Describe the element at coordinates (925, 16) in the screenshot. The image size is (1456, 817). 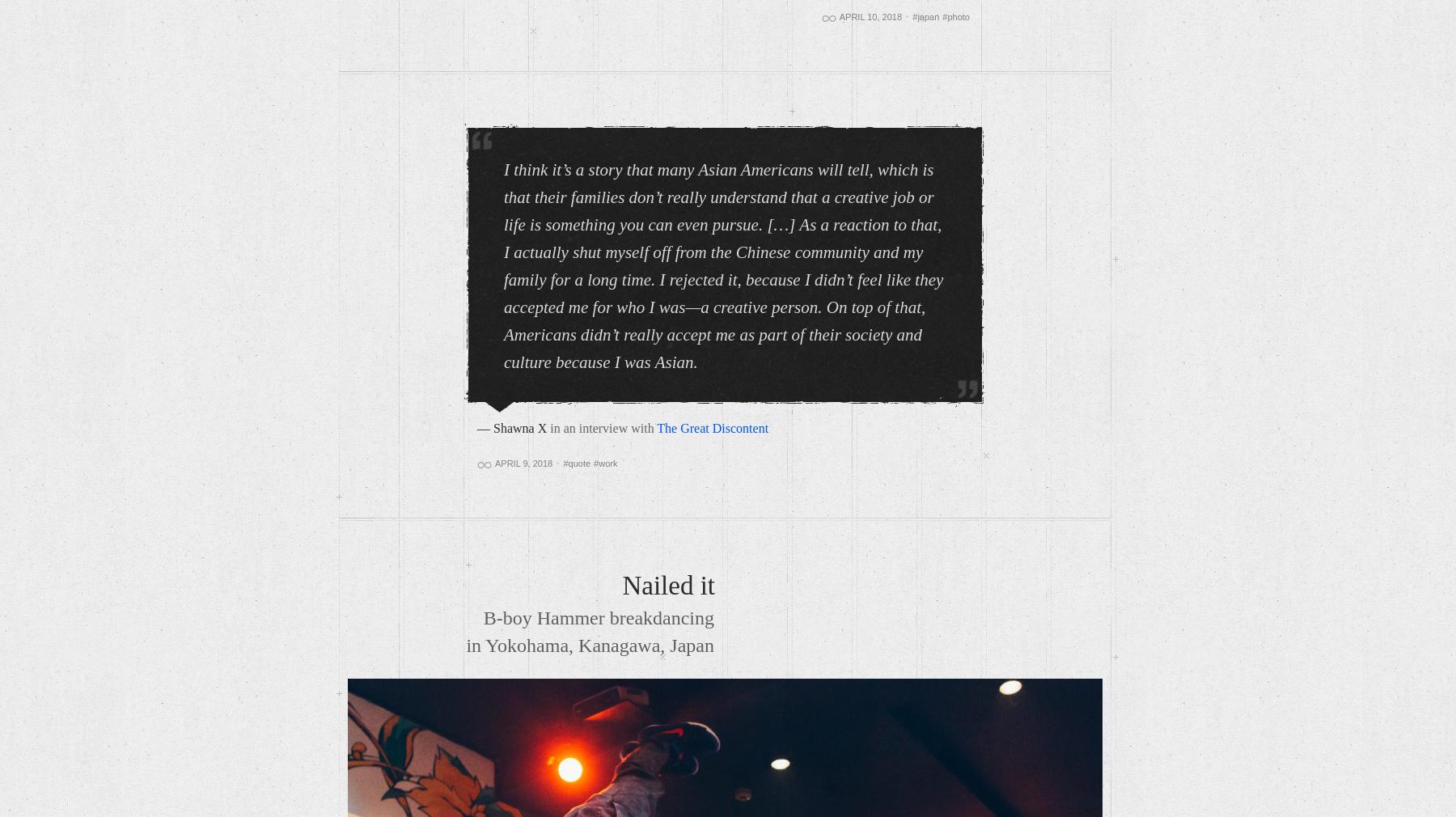
I see `'#japan'` at that location.